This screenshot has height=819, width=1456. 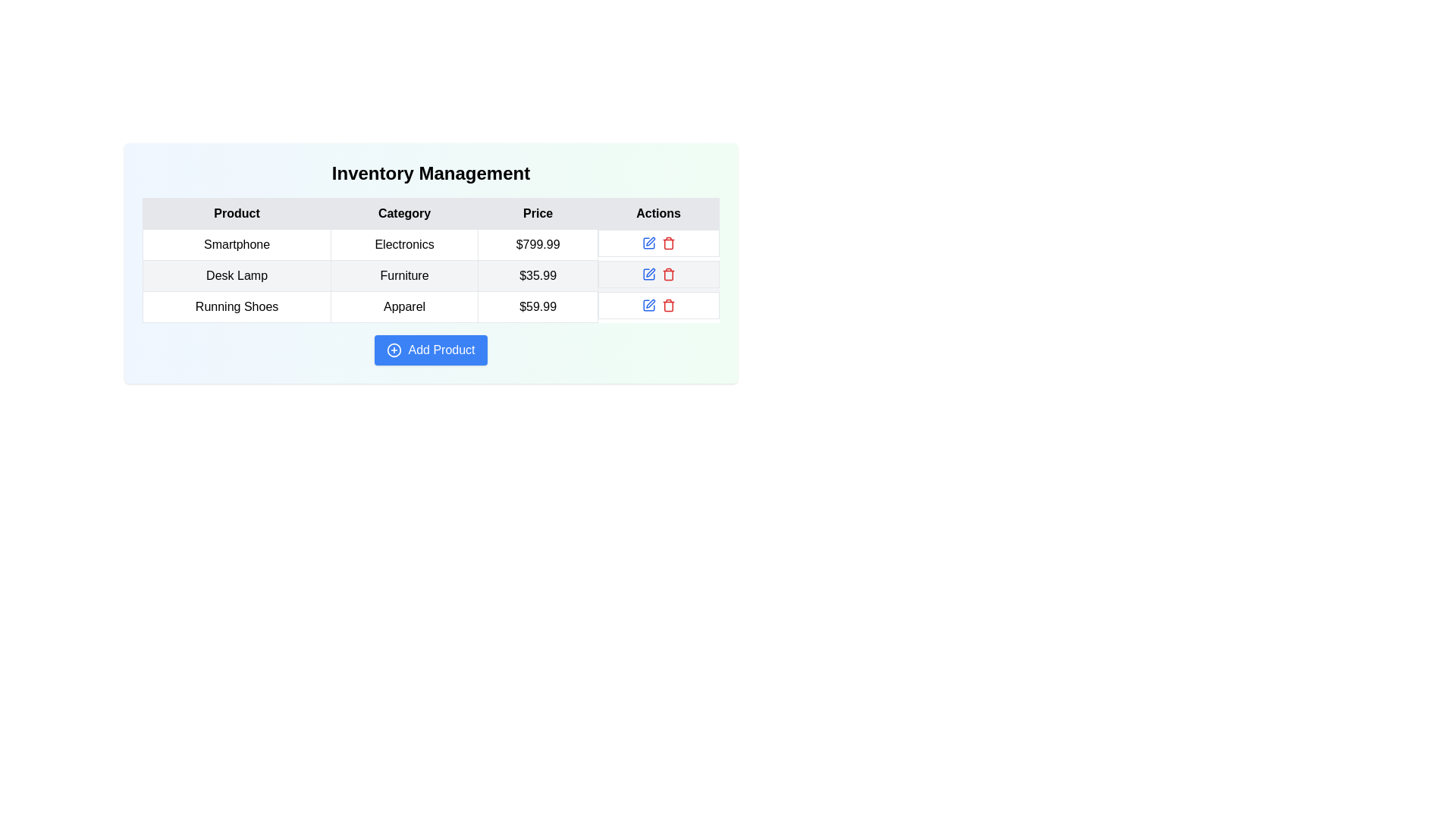 What do you see at coordinates (404, 275) in the screenshot?
I see `the 'Furniture' text label in the second entry under the 'Category' column of the table` at bounding box center [404, 275].